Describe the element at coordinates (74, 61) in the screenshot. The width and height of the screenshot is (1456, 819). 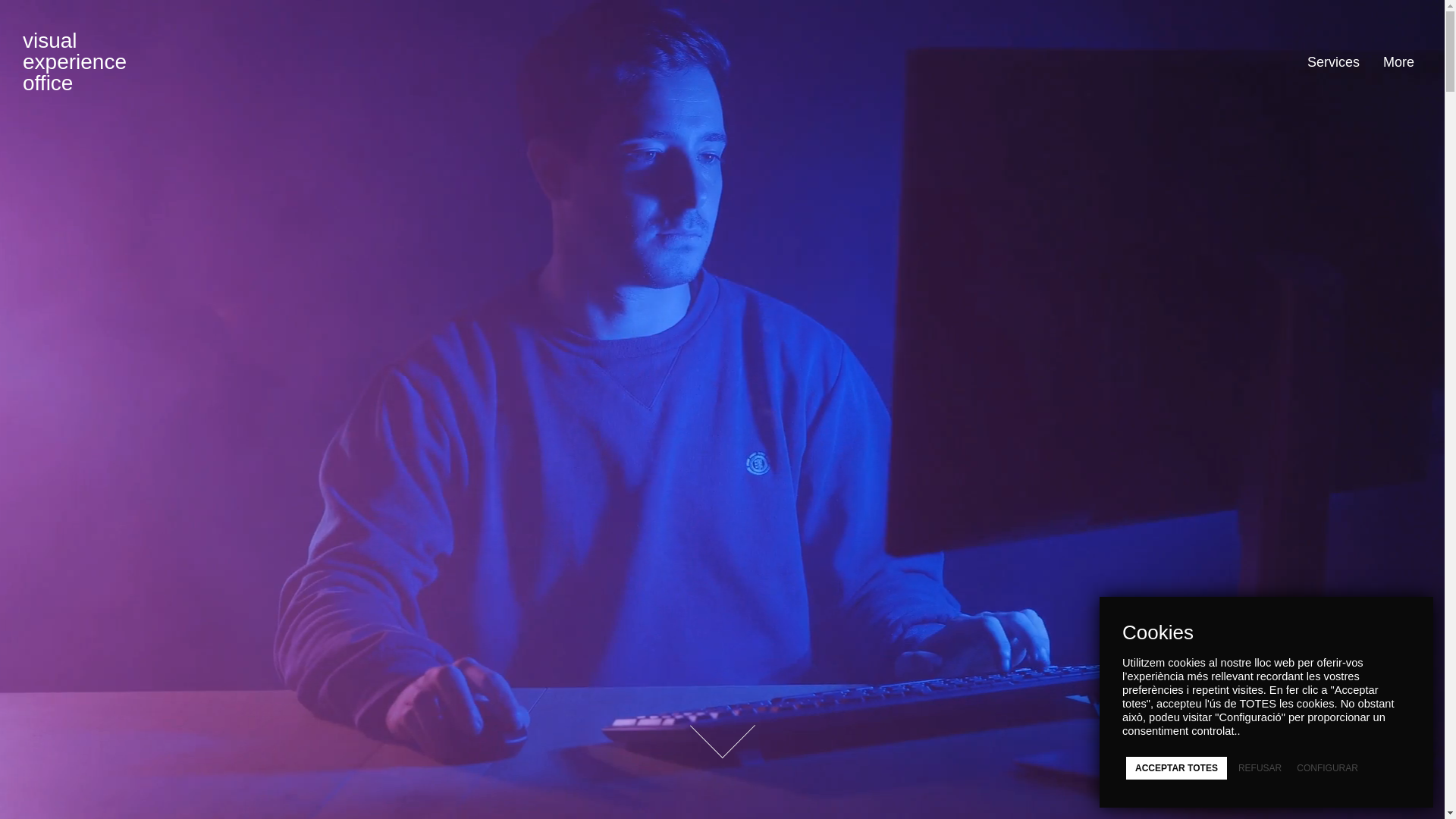
I see `'visual` at that location.